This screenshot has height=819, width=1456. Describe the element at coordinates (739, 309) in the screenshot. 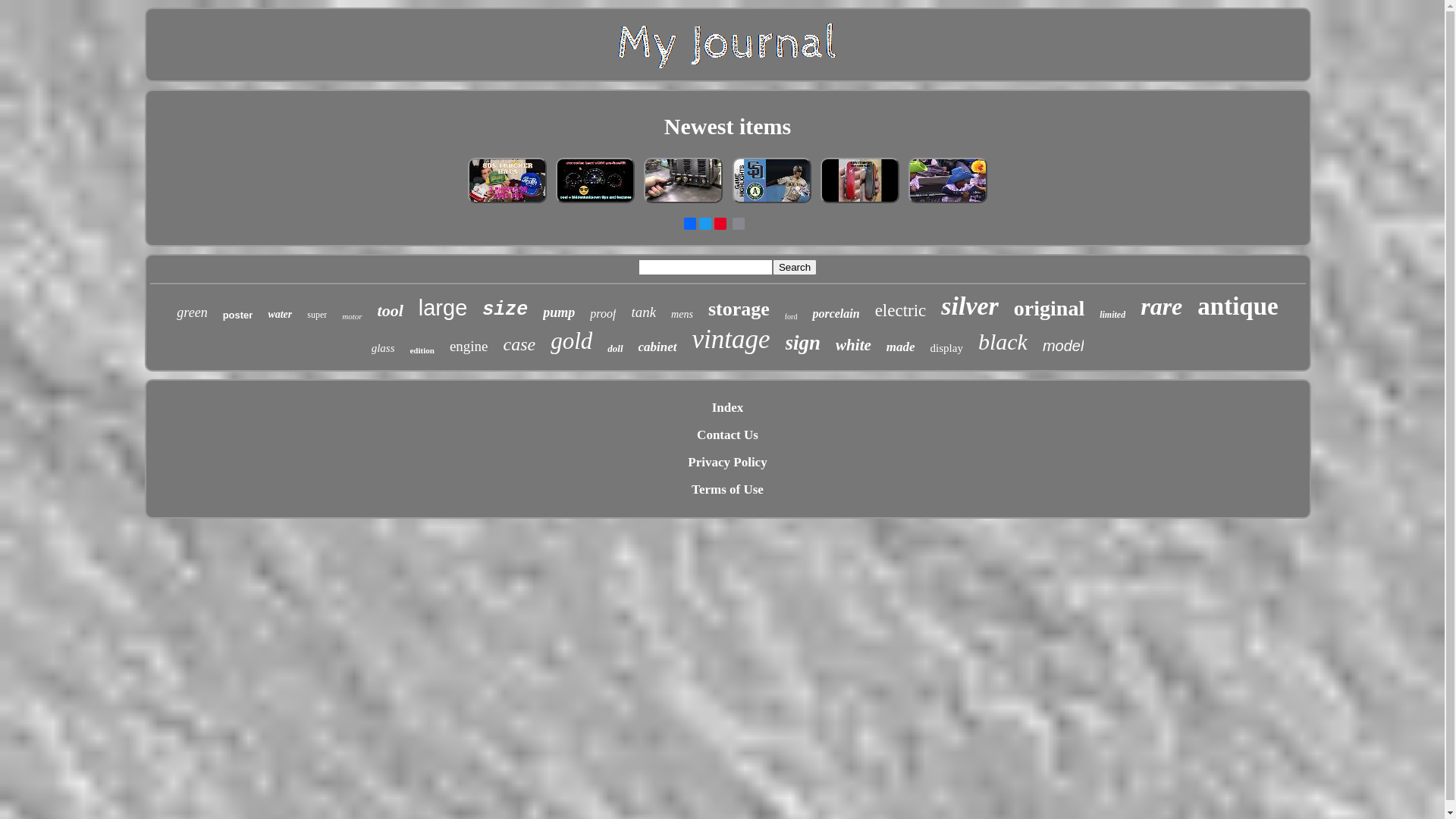

I see `'storage'` at that location.